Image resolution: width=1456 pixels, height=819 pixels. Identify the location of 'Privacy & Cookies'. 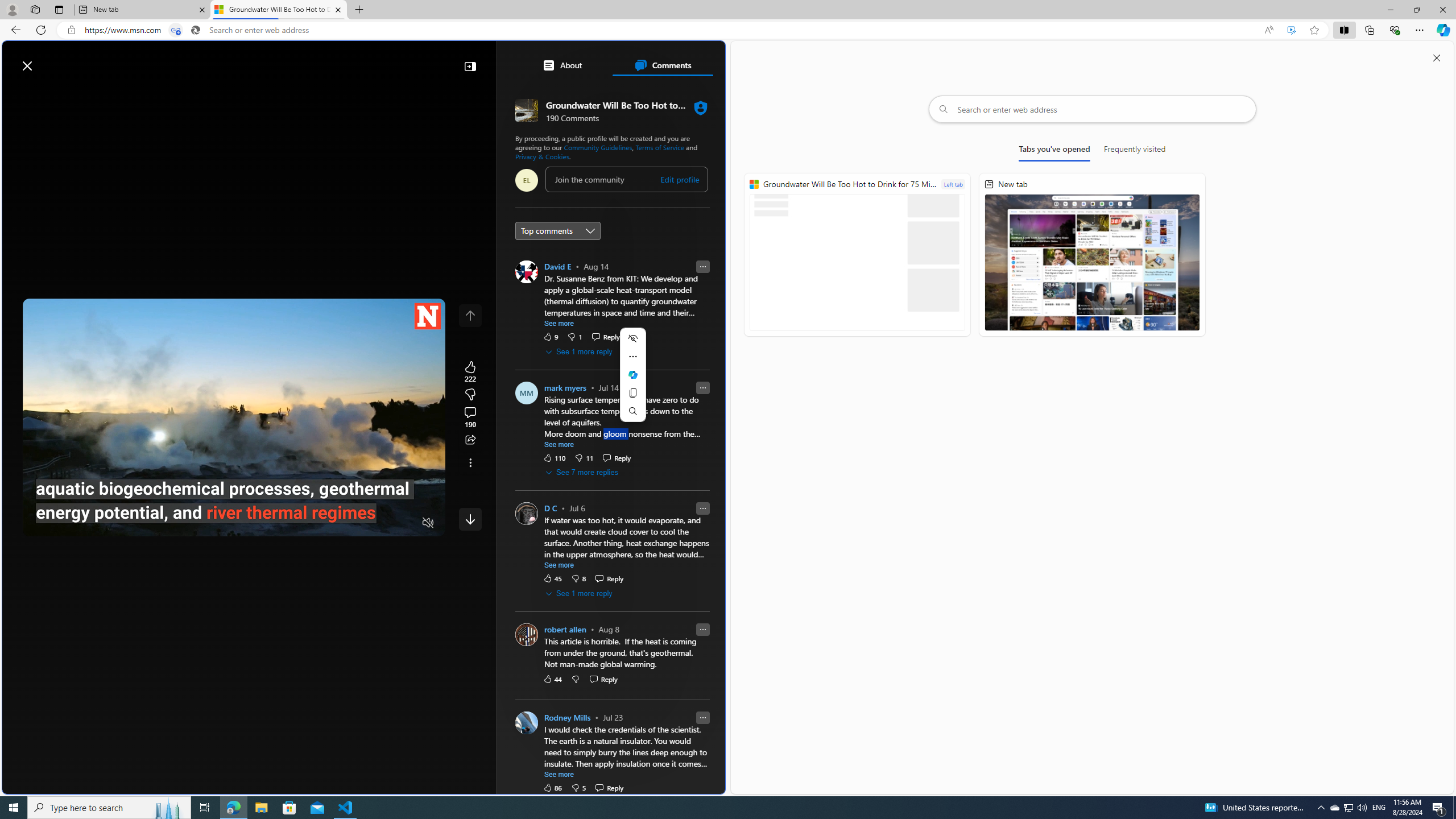
(542, 156).